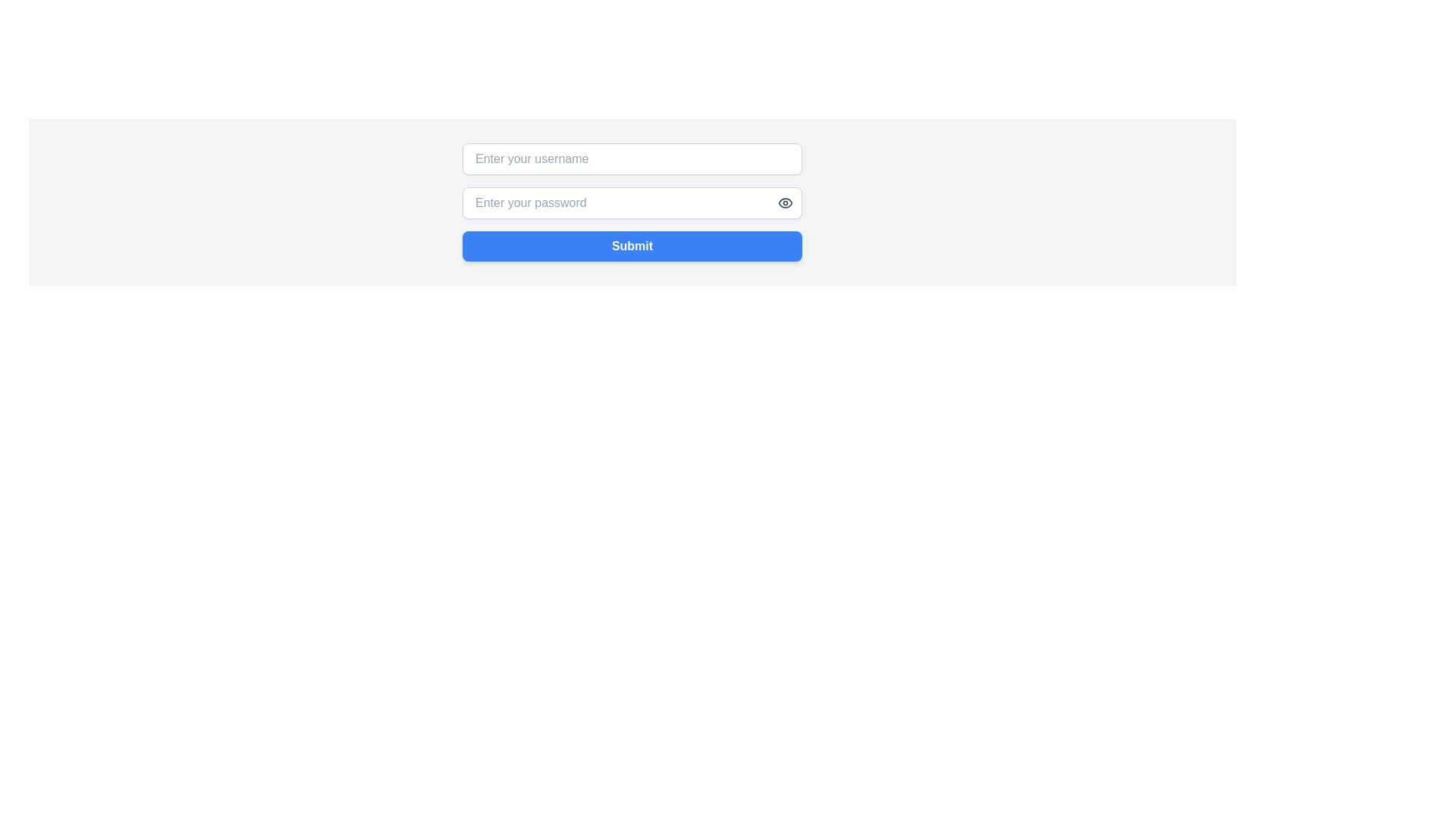 The height and width of the screenshot is (819, 1456). I want to click on the eye-shaped icon located at the far right corner of the password input field, so click(786, 202).